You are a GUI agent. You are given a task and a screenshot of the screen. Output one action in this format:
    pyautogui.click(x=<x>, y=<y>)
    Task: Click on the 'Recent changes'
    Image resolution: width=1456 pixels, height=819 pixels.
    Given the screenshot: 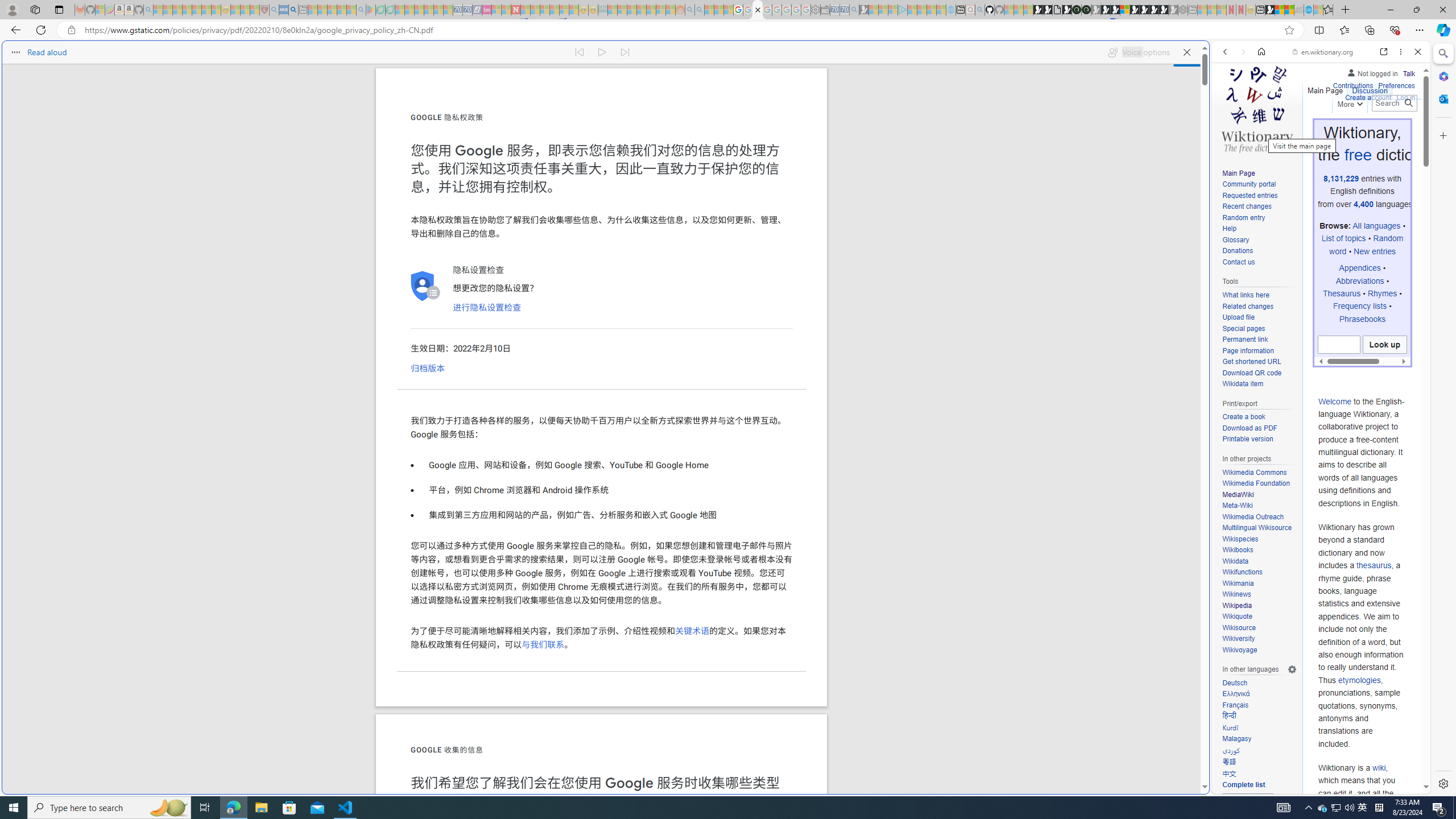 What is the action you would take?
    pyautogui.click(x=1246, y=206)
    